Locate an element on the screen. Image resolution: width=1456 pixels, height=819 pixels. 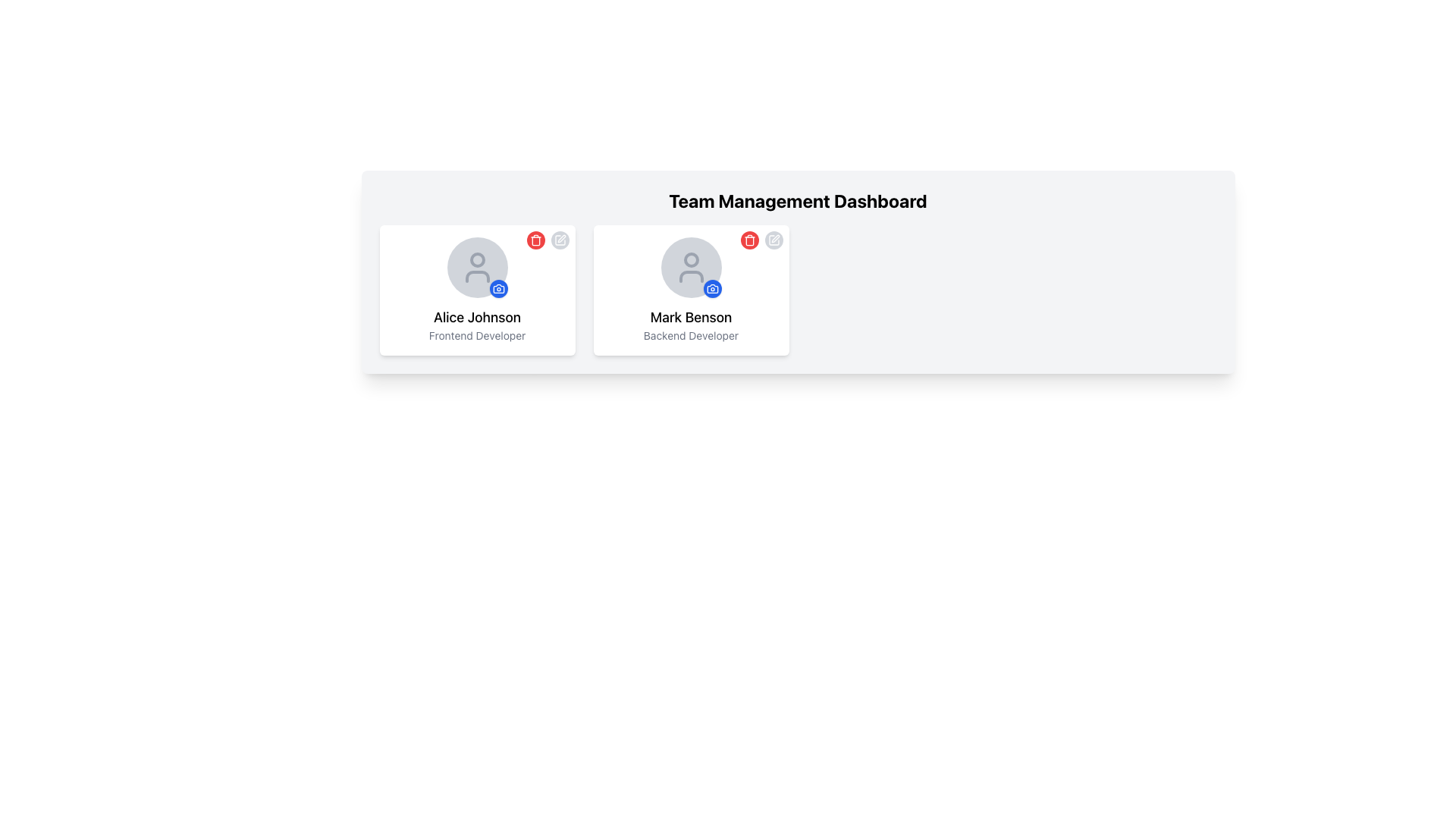
the small circular edit button with a pencil icon located at the top-right corner of Mark Benson's card is located at coordinates (773, 239).